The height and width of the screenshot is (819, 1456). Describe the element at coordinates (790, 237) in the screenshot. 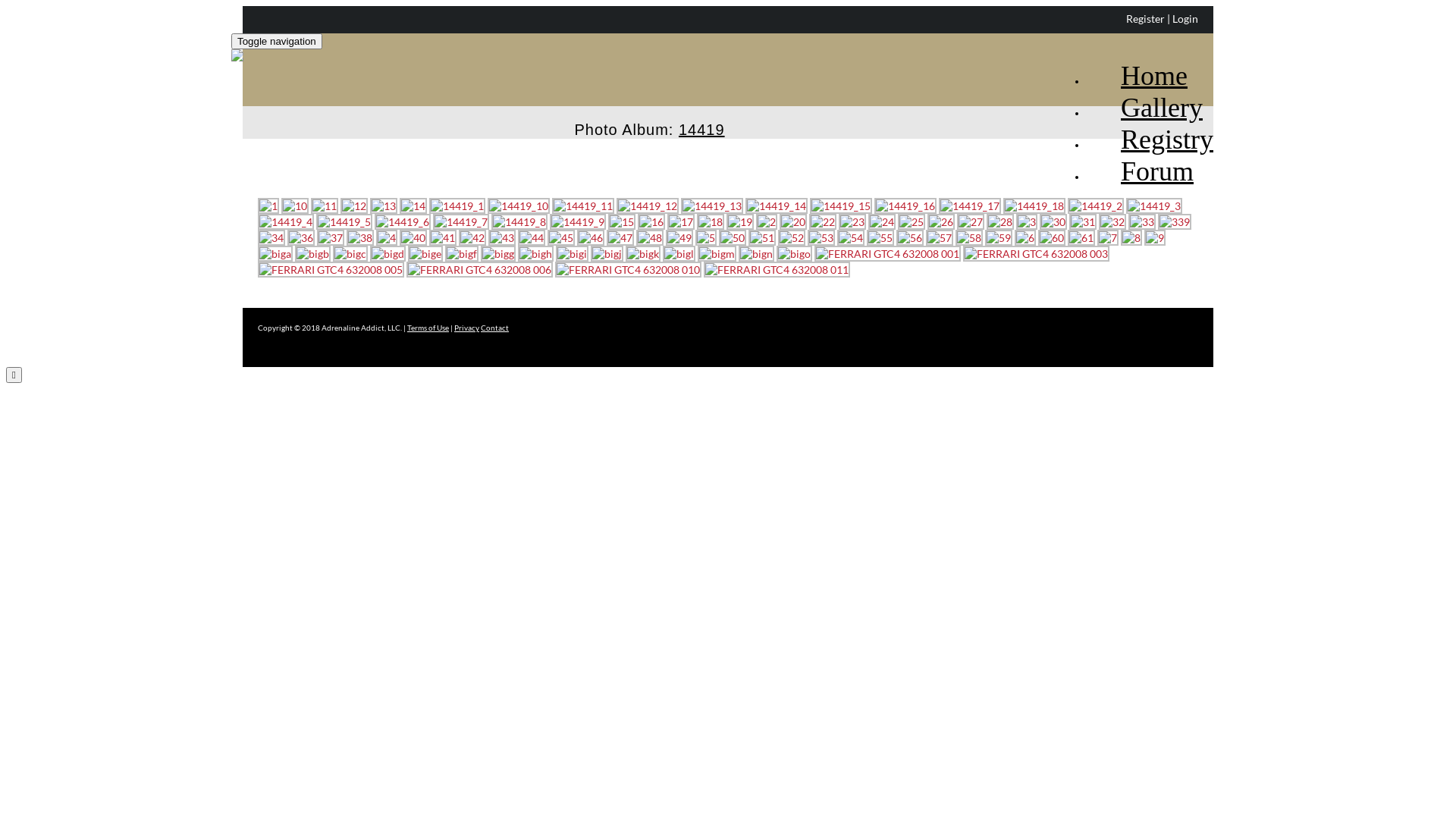

I see `'52 (click to enlarge)'` at that location.